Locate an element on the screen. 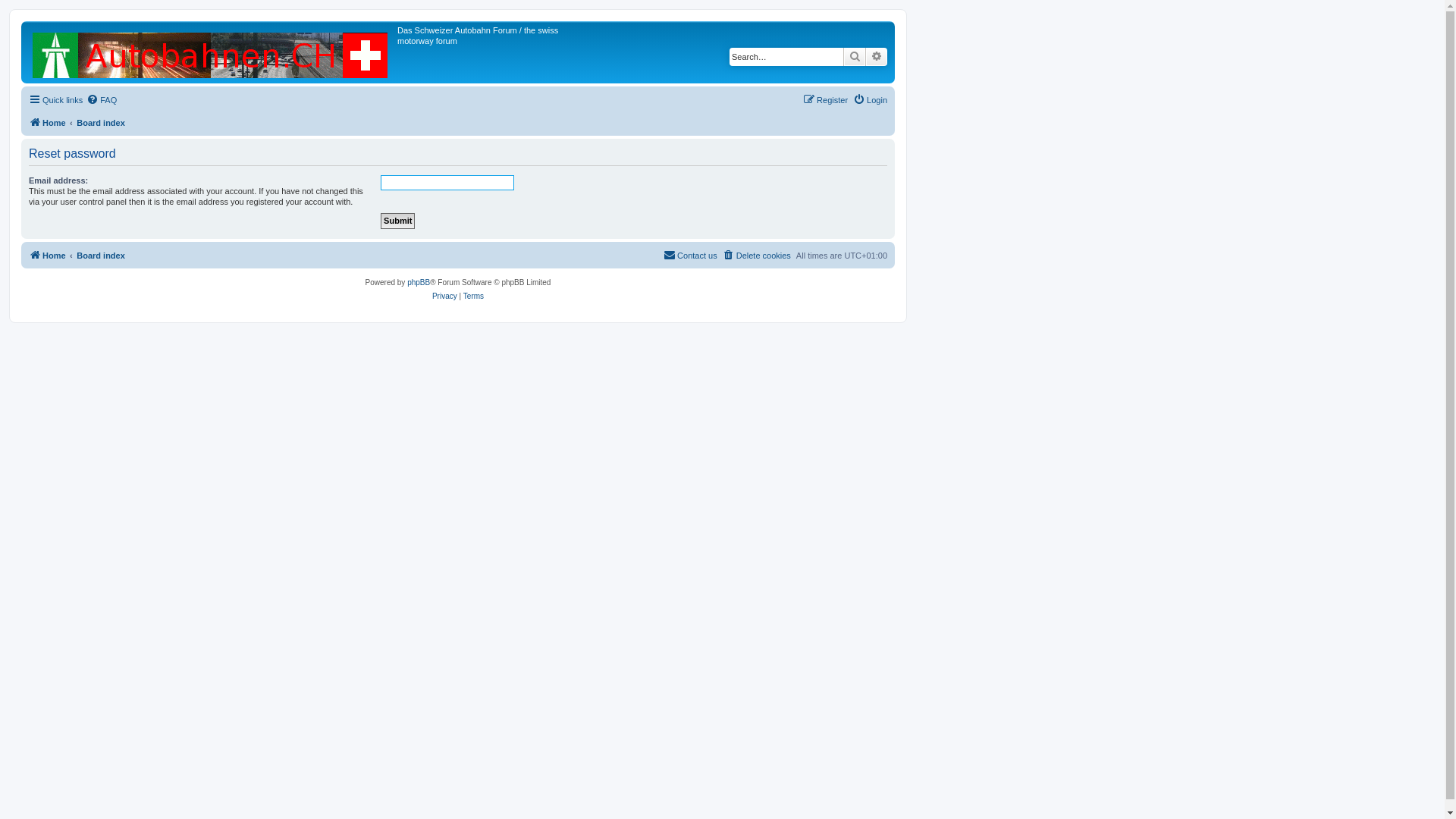  'Privacy' is located at coordinates (431, 296).